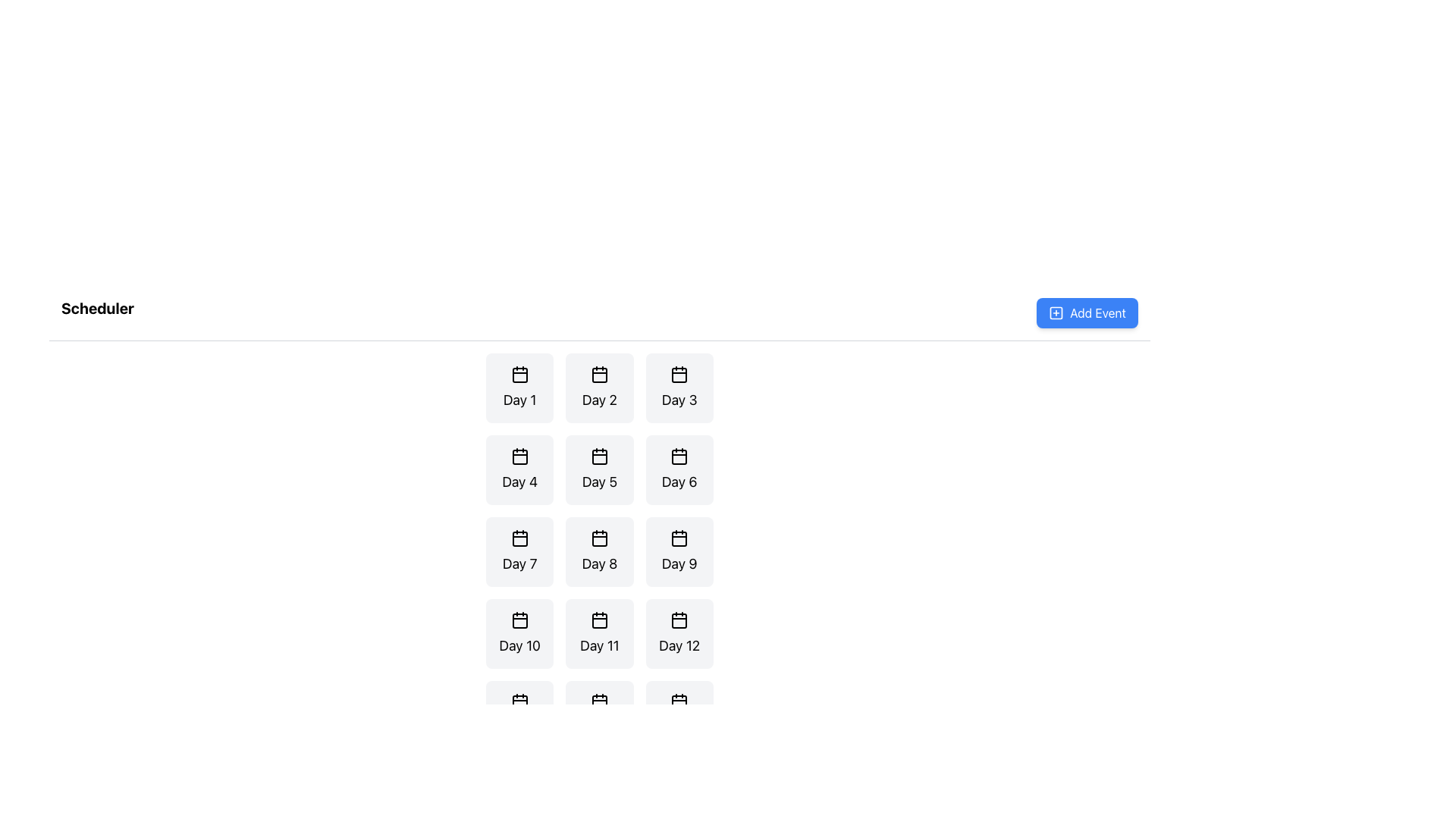 Image resolution: width=1456 pixels, height=819 pixels. Describe the element at coordinates (599, 538) in the screenshot. I see `the Decorative icon element, which is a small rectangular shape with rounded corners located in the center of the Day 8 tile within the calendar grid` at that location.